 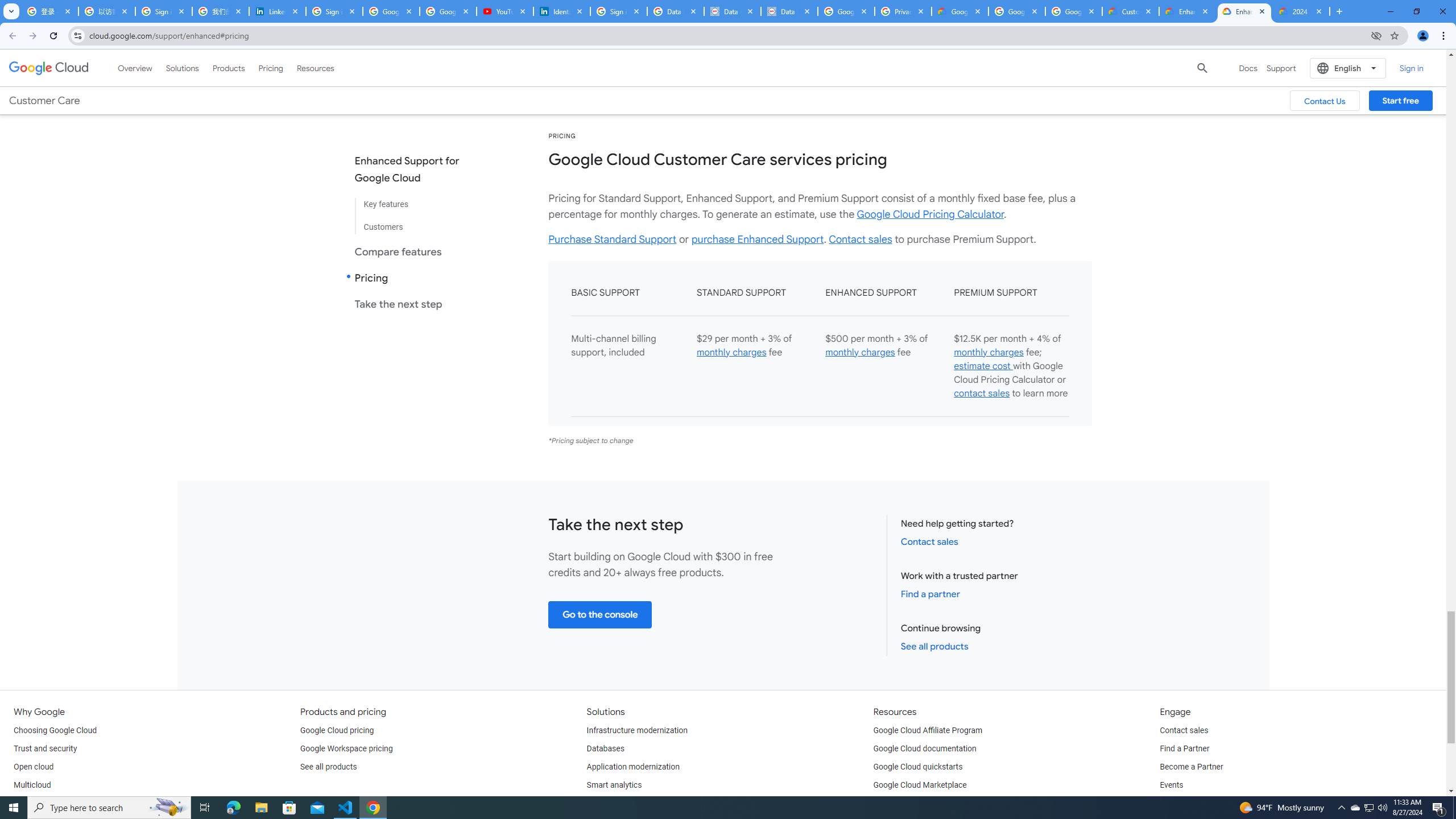 What do you see at coordinates (732, 11) in the screenshot?
I see `'Data Privacy Framework'` at bounding box center [732, 11].